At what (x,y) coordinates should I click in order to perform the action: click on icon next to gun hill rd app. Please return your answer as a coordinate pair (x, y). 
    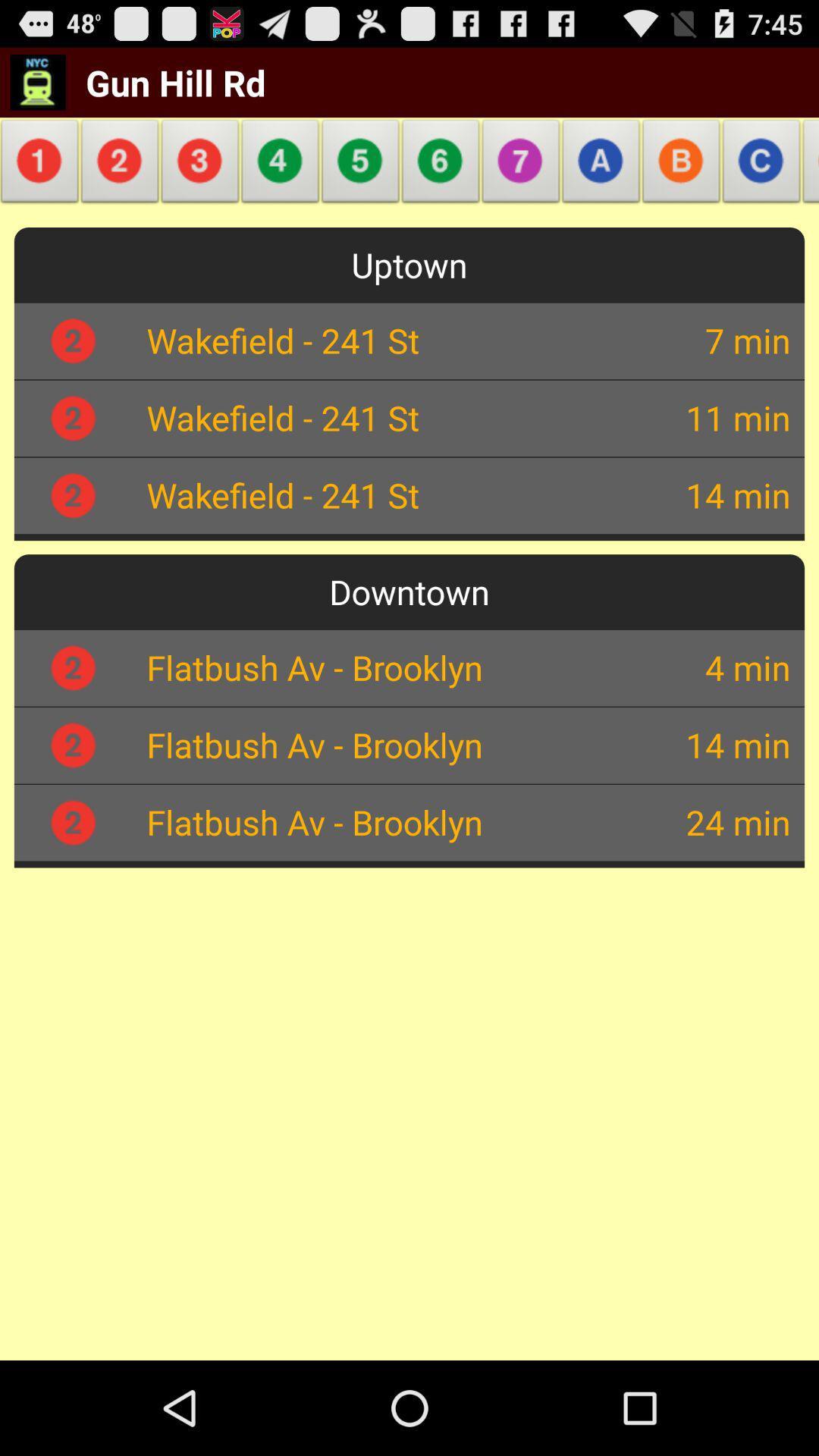
    Looking at the image, I should click on (360, 165).